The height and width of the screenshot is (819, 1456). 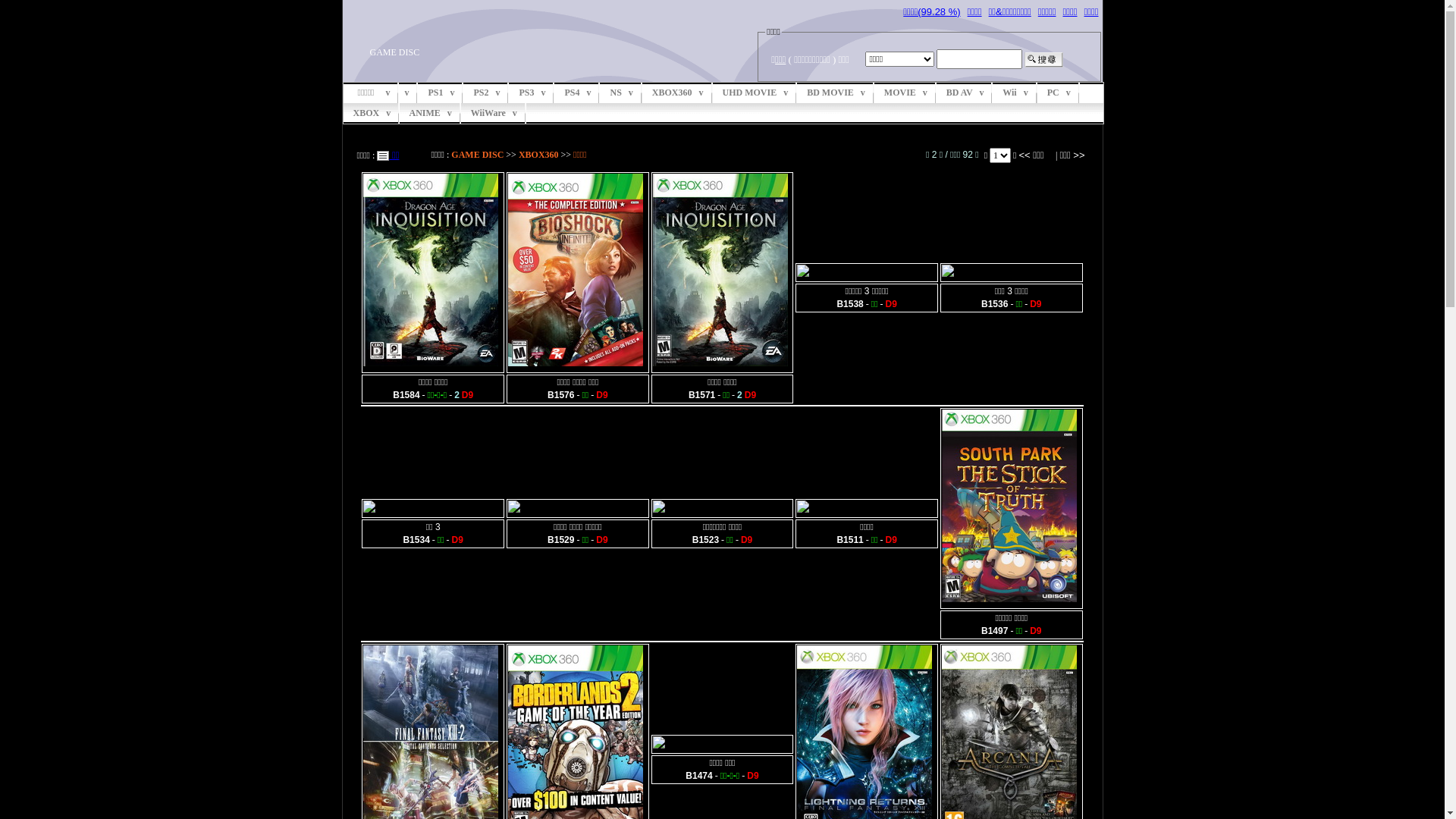 What do you see at coordinates (620, 93) in the screenshot?
I see `'  NS  '` at bounding box center [620, 93].